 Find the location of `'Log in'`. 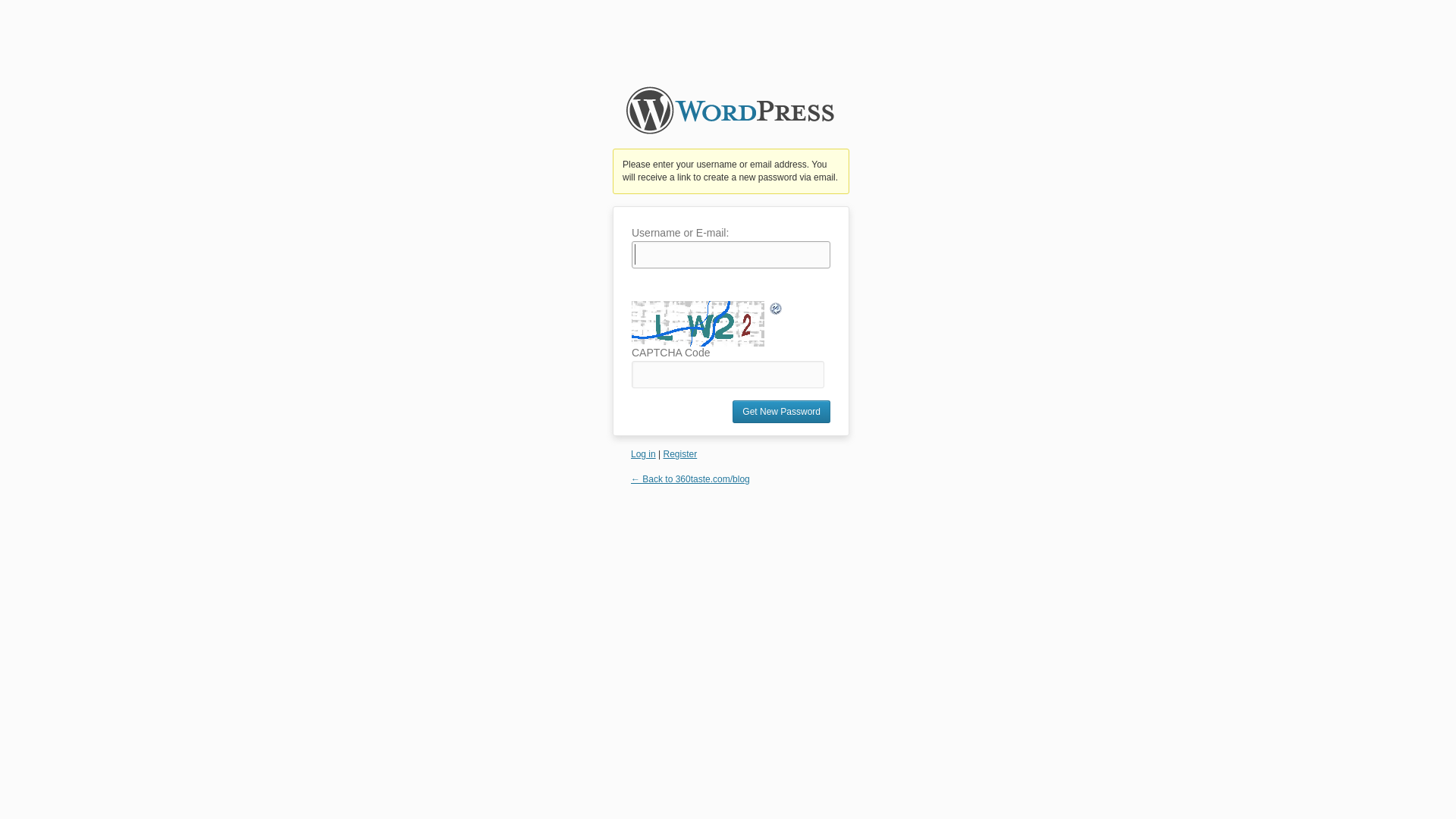

'Log in' is located at coordinates (643, 453).